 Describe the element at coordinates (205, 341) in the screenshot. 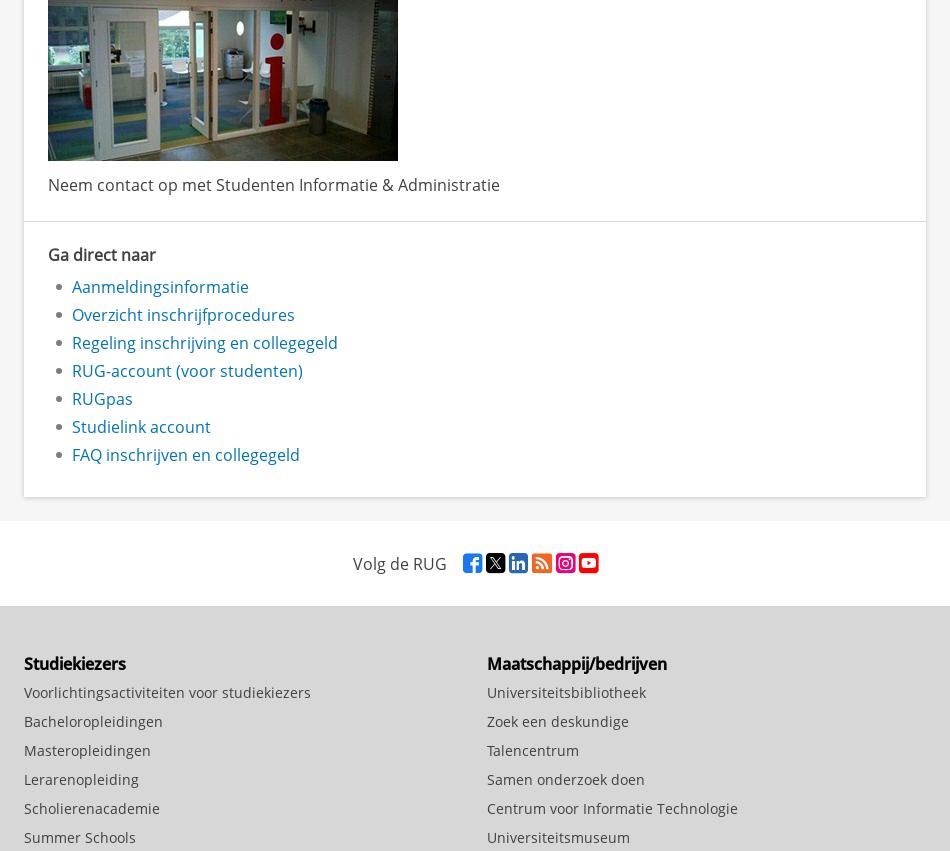

I see `'Regeling inschrijving en collegegeld'` at that location.